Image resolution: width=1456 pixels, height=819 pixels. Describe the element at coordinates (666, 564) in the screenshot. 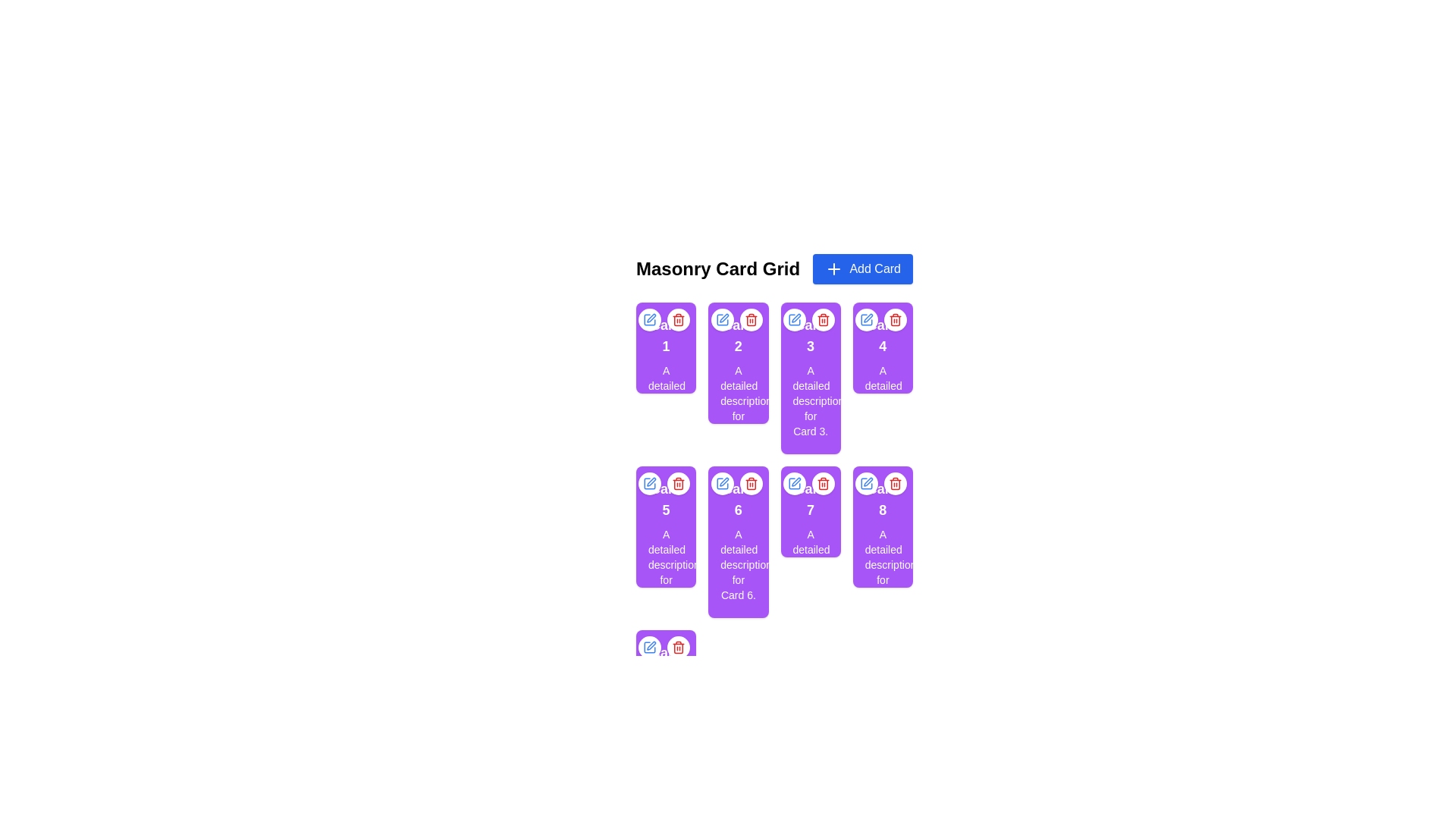

I see `the static Text Label that provides additional information about 'Card 5', located in the second vertical section of the card, immediately below its title` at that location.